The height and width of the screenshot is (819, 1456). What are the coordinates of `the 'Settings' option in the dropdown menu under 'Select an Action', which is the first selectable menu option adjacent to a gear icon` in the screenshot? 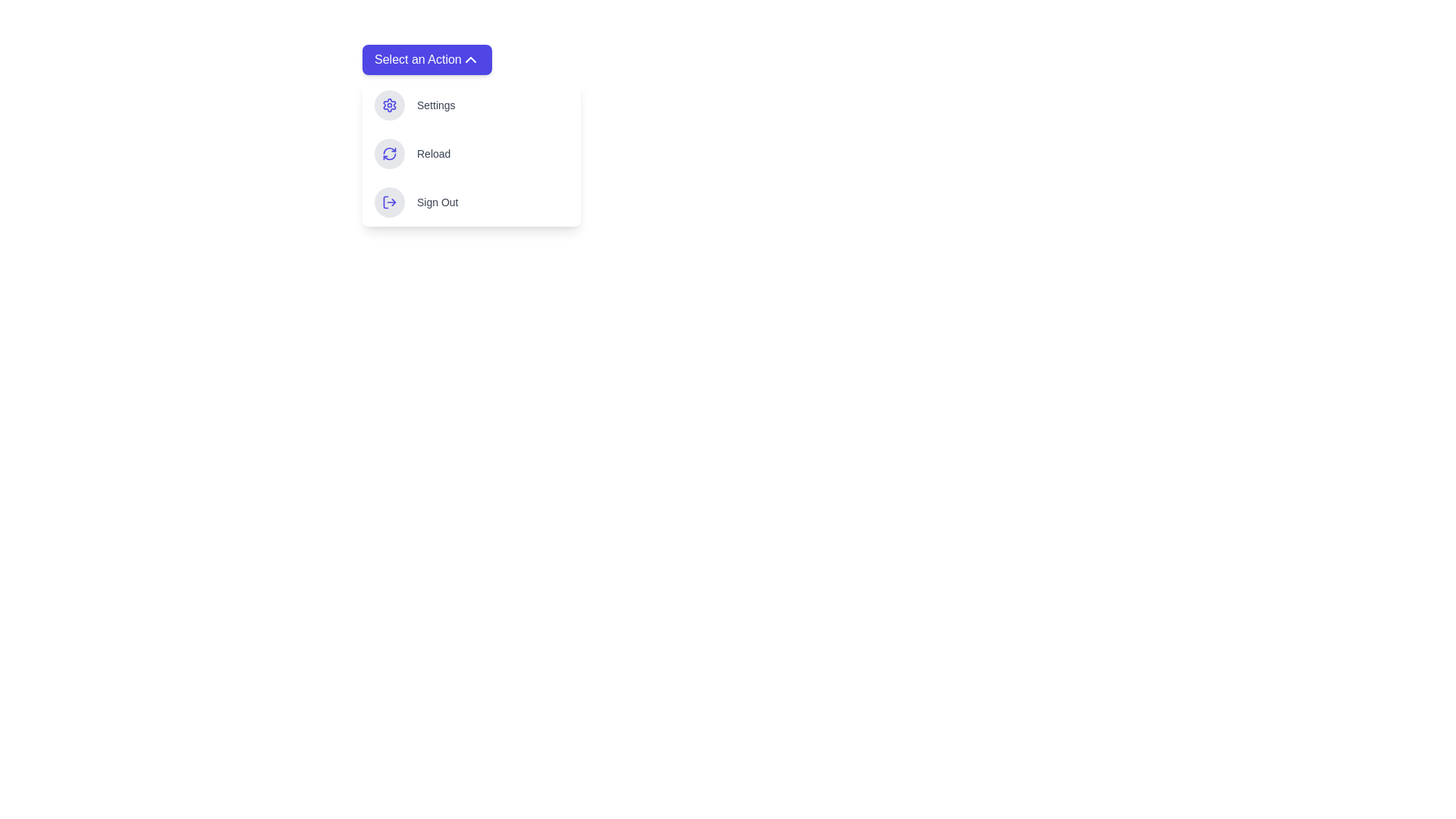 It's located at (435, 104).